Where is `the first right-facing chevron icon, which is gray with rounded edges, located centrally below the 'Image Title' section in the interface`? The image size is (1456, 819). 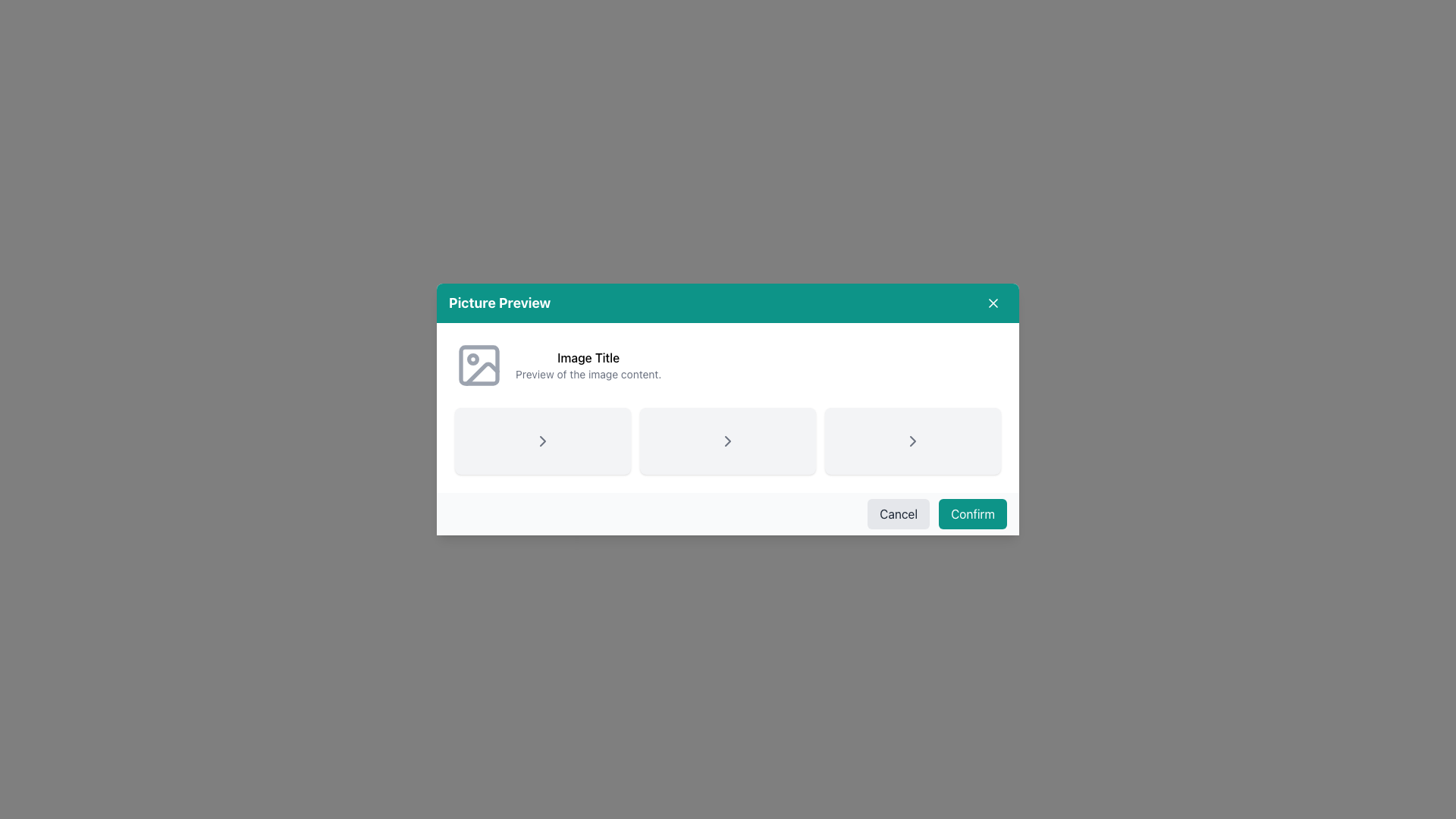 the first right-facing chevron icon, which is gray with rounded edges, located centrally below the 'Image Title' section in the interface is located at coordinates (542, 441).